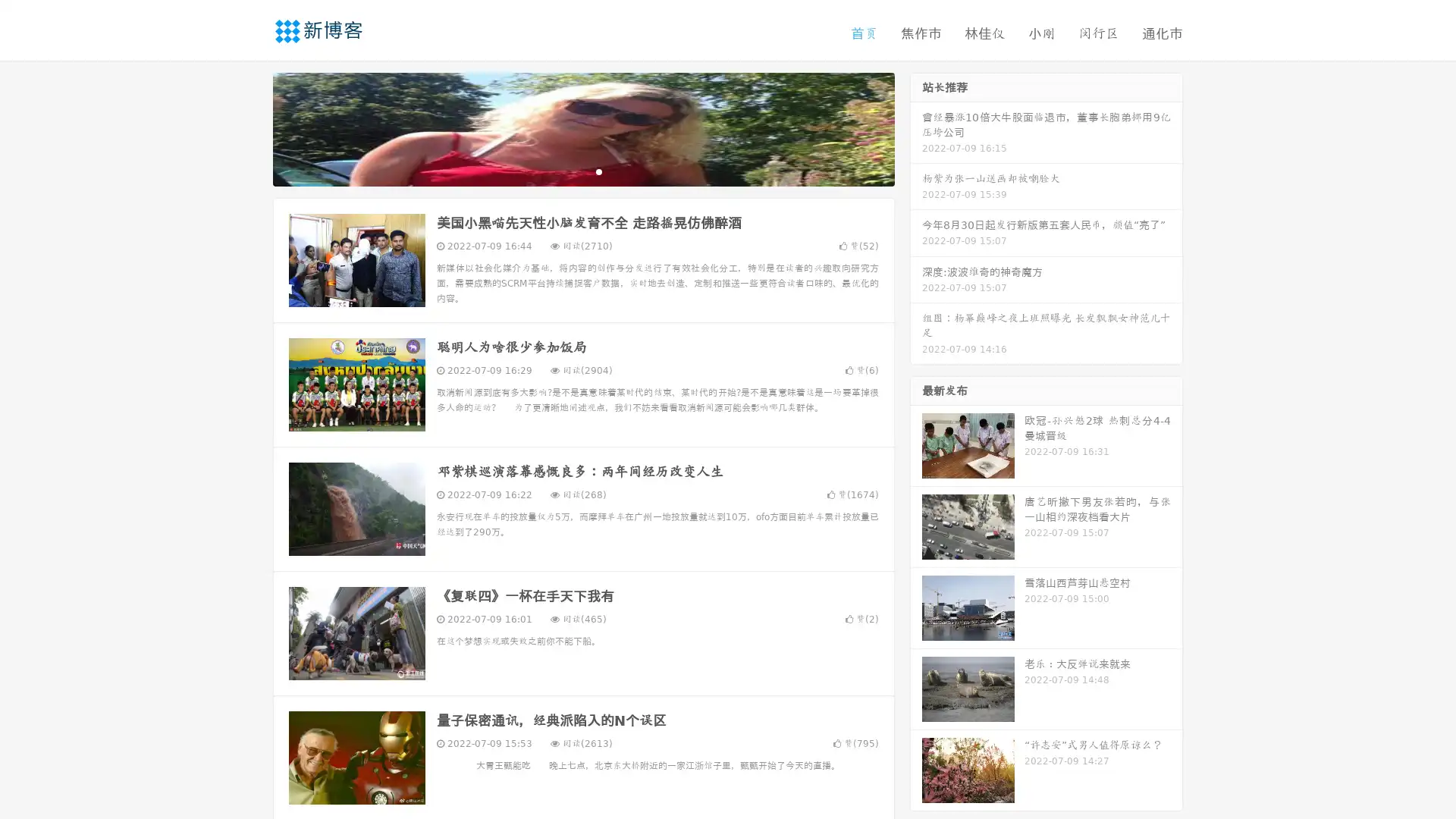 Image resolution: width=1456 pixels, height=819 pixels. What do you see at coordinates (598, 171) in the screenshot?
I see `Go to slide 3` at bounding box center [598, 171].